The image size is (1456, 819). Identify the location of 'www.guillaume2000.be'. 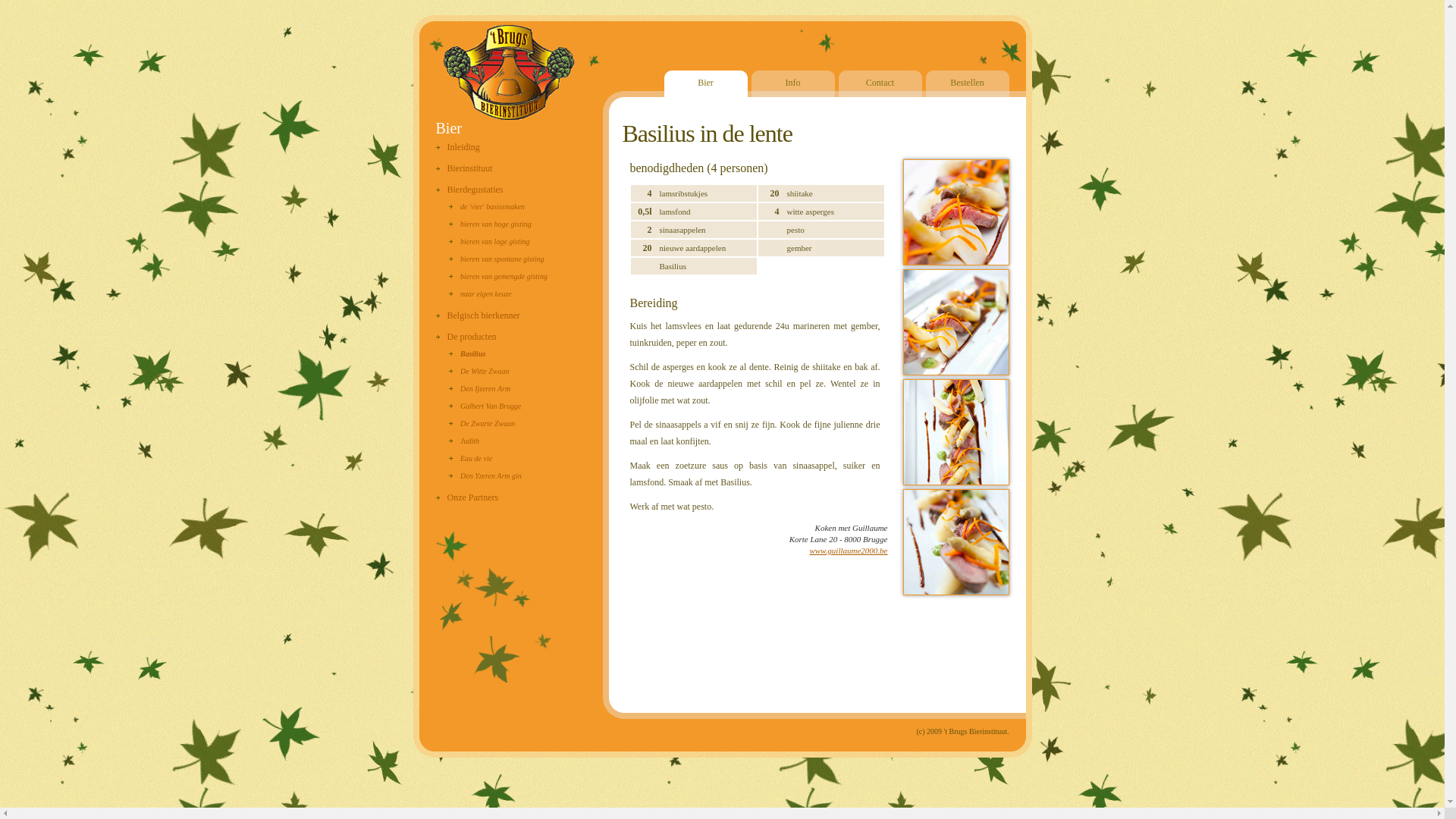
(847, 550).